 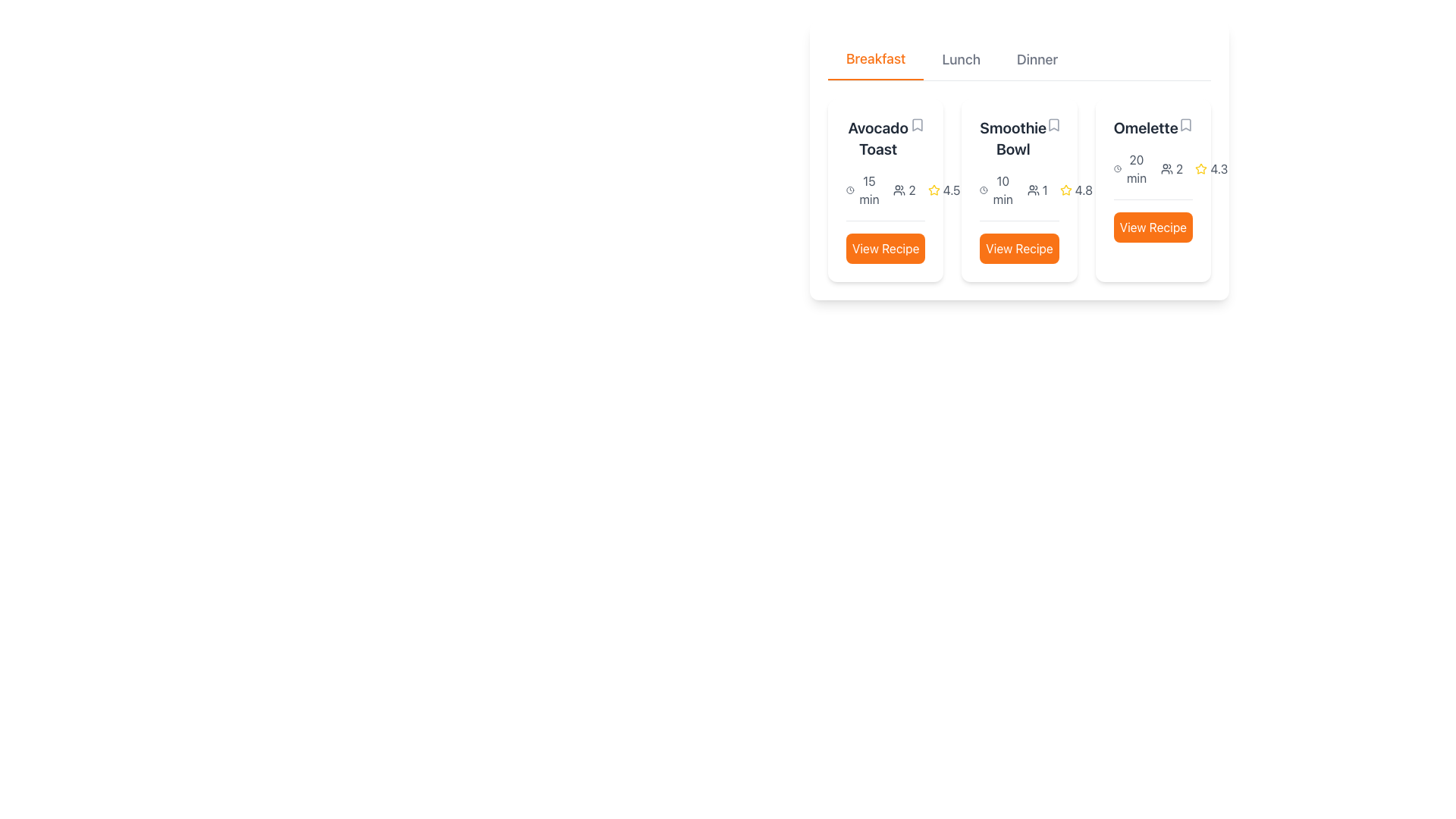 I want to click on displayed text of the Text label showing the number '1', which is located adjacent to a user icon in the second card of the recipe cards layout, so click(x=1044, y=189).